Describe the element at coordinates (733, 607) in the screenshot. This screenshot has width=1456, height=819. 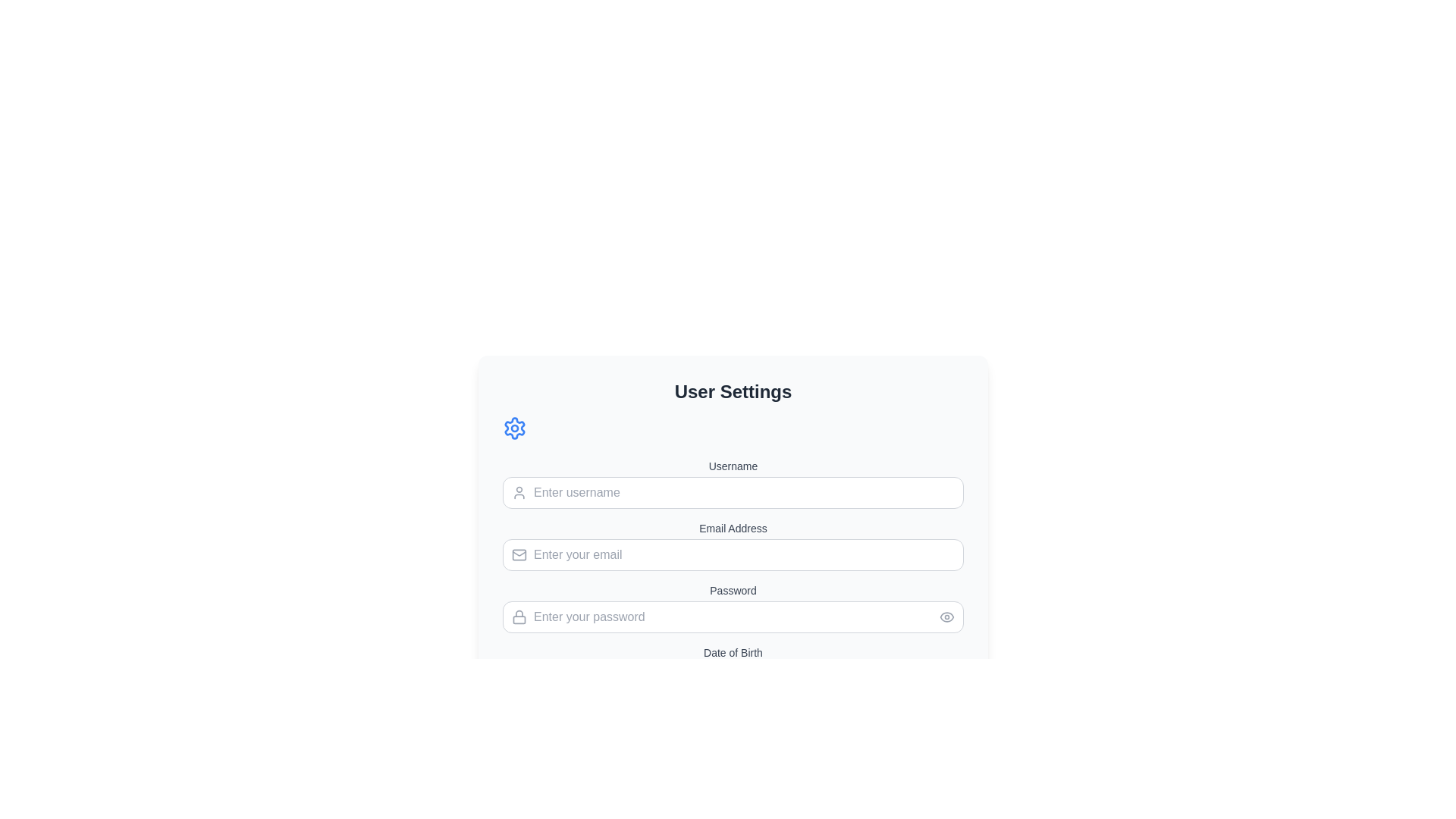
I see `the Password input field with visibility toggle` at that location.